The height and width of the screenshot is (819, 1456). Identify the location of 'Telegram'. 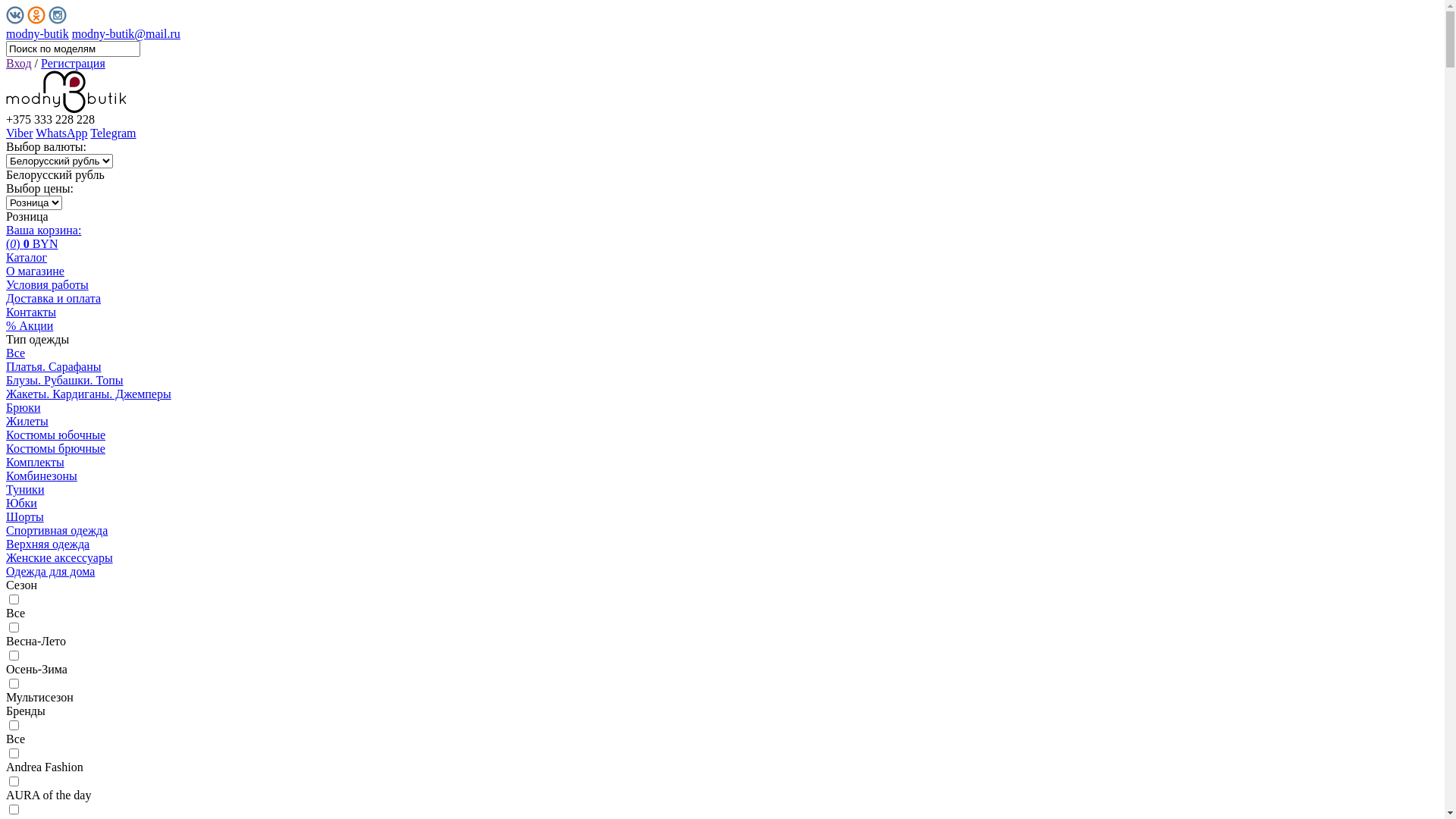
(89, 132).